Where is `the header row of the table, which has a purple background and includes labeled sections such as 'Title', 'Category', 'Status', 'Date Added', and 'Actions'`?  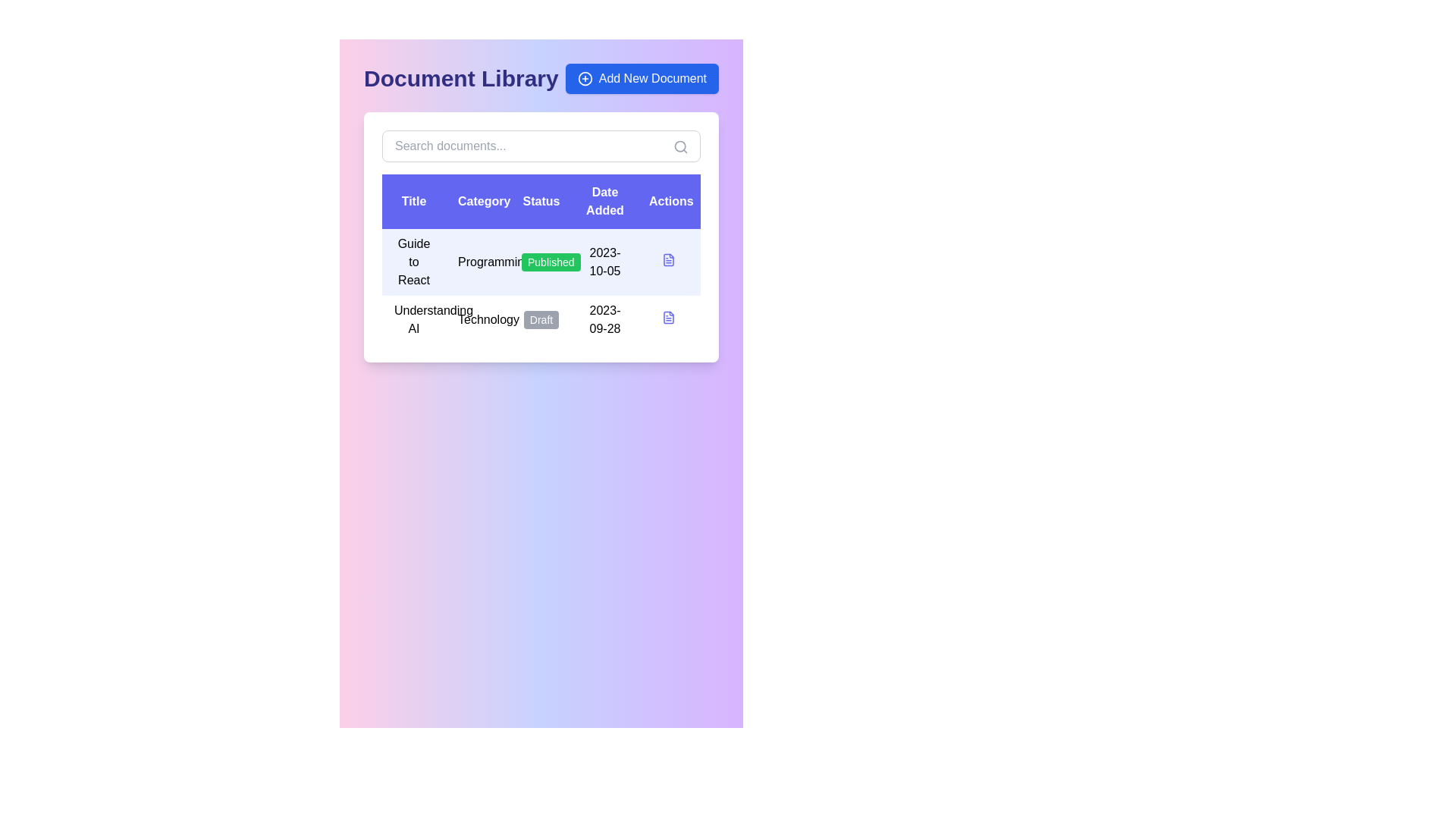
the header row of the table, which has a purple background and includes labeled sections such as 'Title', 'Category', 'Status', 'Date Added', and 'Actions' is located at coordinates (541, 201).